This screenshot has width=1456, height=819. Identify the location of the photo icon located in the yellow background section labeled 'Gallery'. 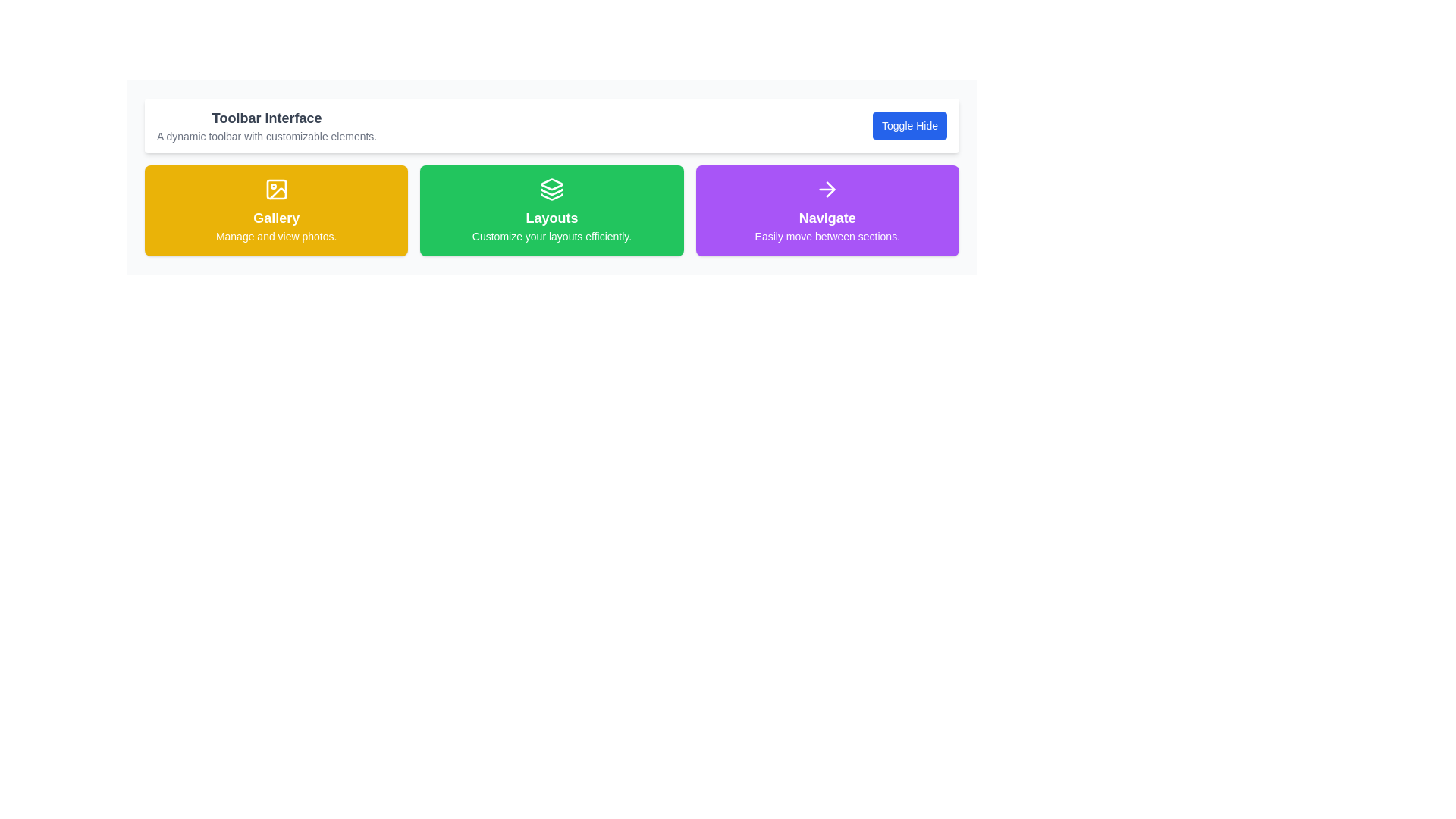
(276, 189).